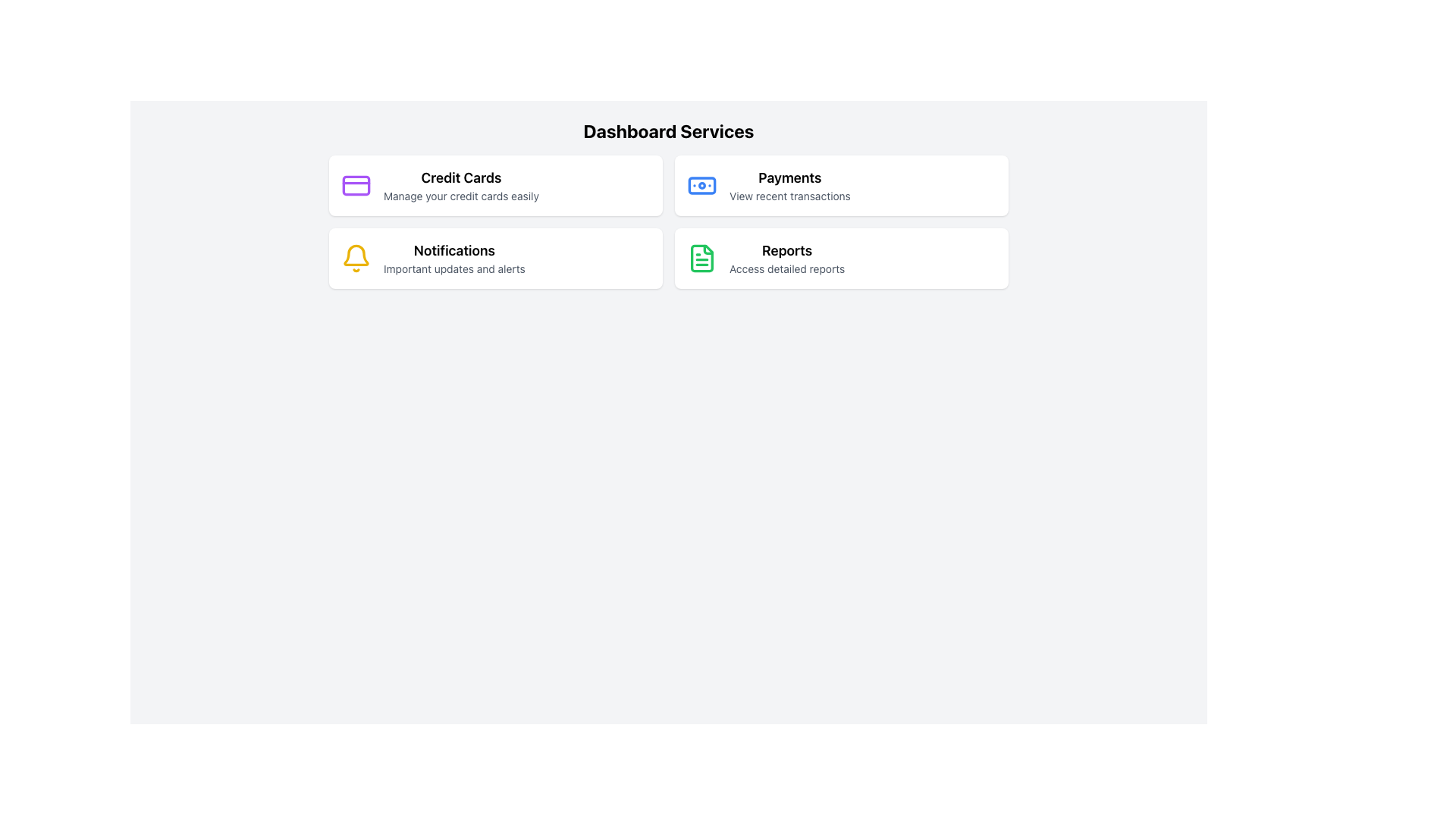 The height and width of the screenshot is (819, 1456). What do you see at coordinates (840, 185) in the screenshot?
I see `the payment-related panel located in the top-right part of the grid layout, which provides access to recent transaction details` at bounding box center [840, 185].